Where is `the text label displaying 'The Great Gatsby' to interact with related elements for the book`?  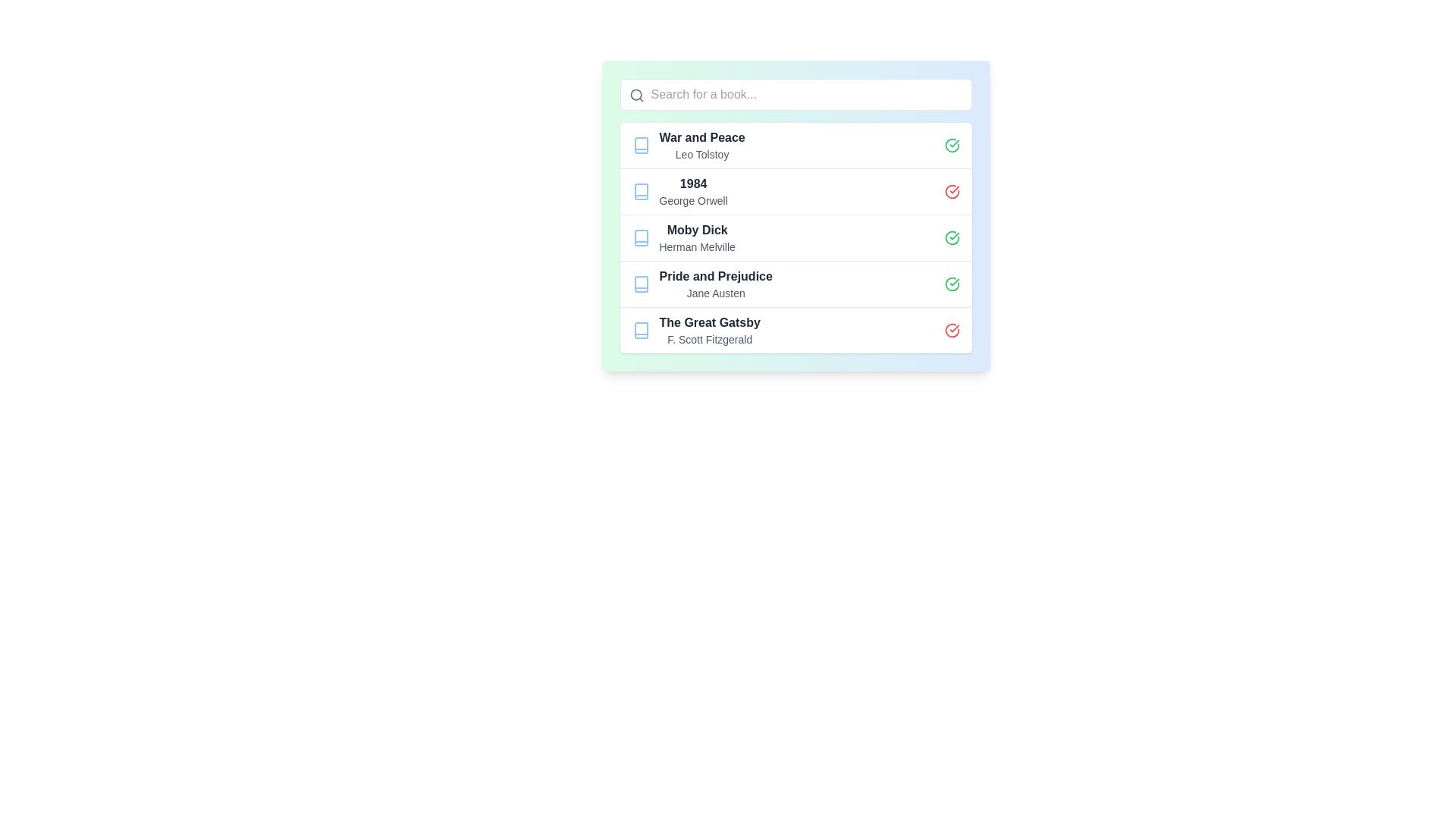
the text label displaying 'The Great Gatsby' to interact with related elements for the book is located at coordinates (709, 322).